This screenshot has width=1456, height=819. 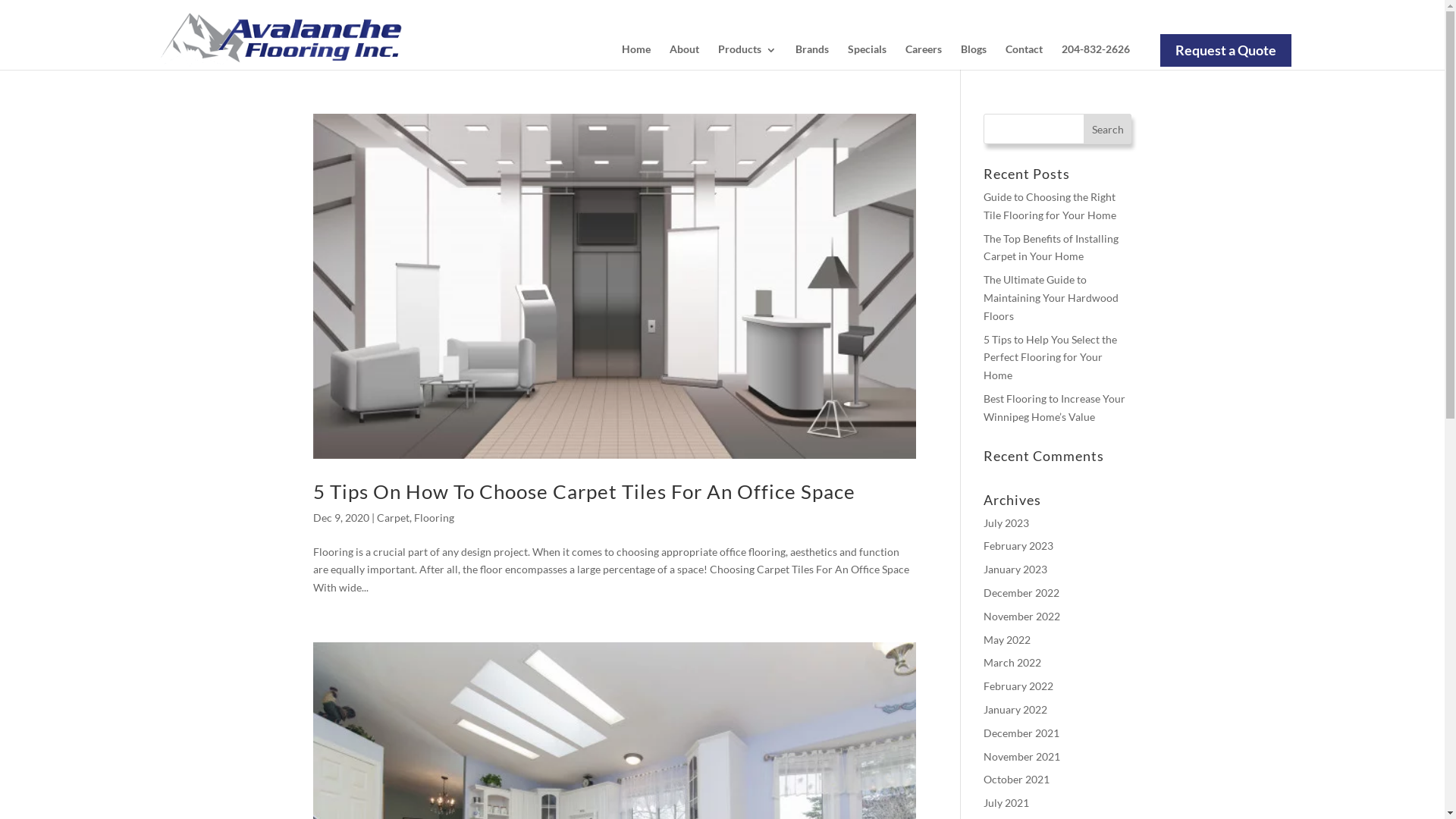 I want to click on 'October 2021', so click(x=983, y=779).